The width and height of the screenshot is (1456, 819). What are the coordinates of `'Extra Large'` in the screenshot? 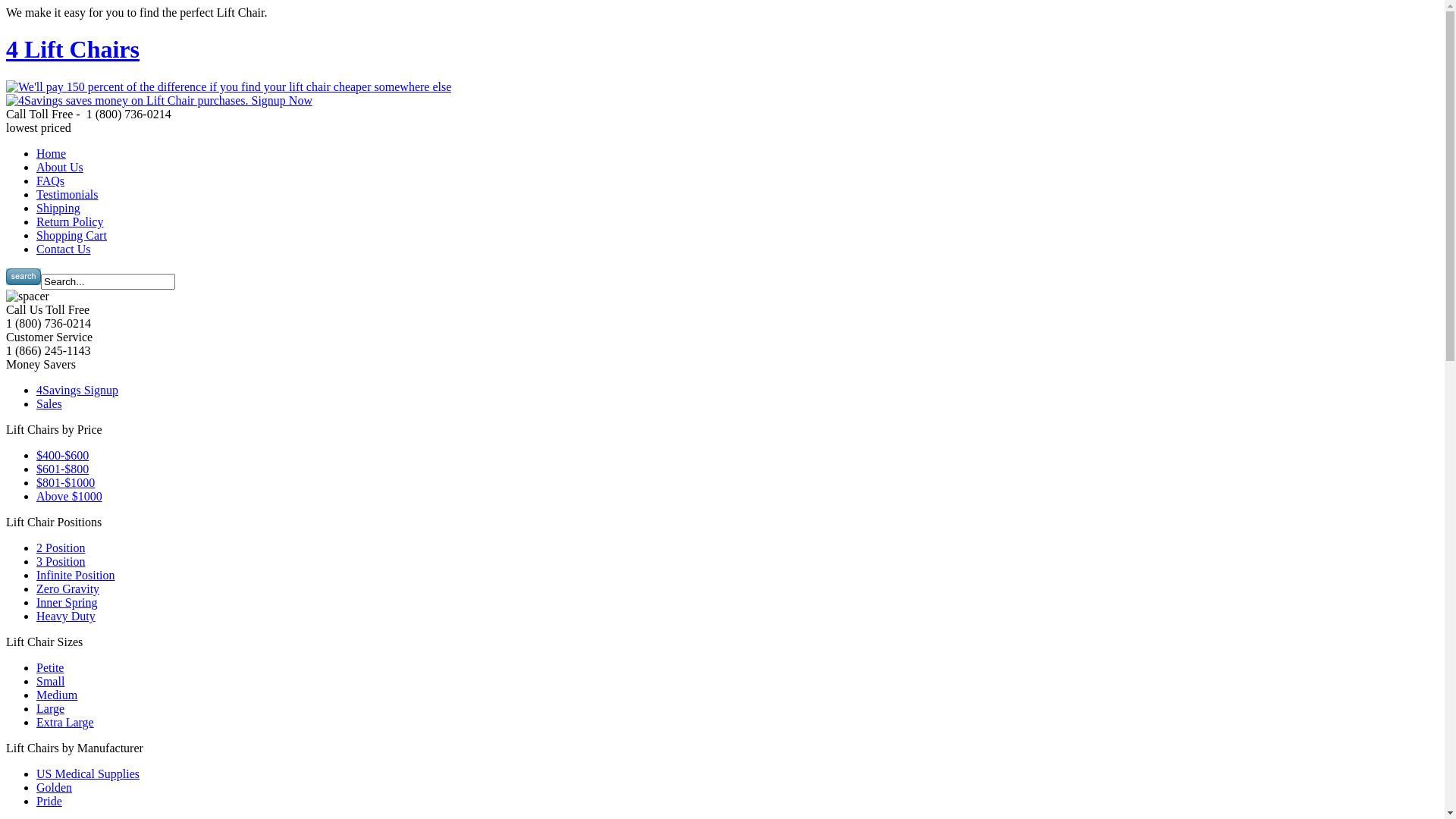 It's located at (64, 721).